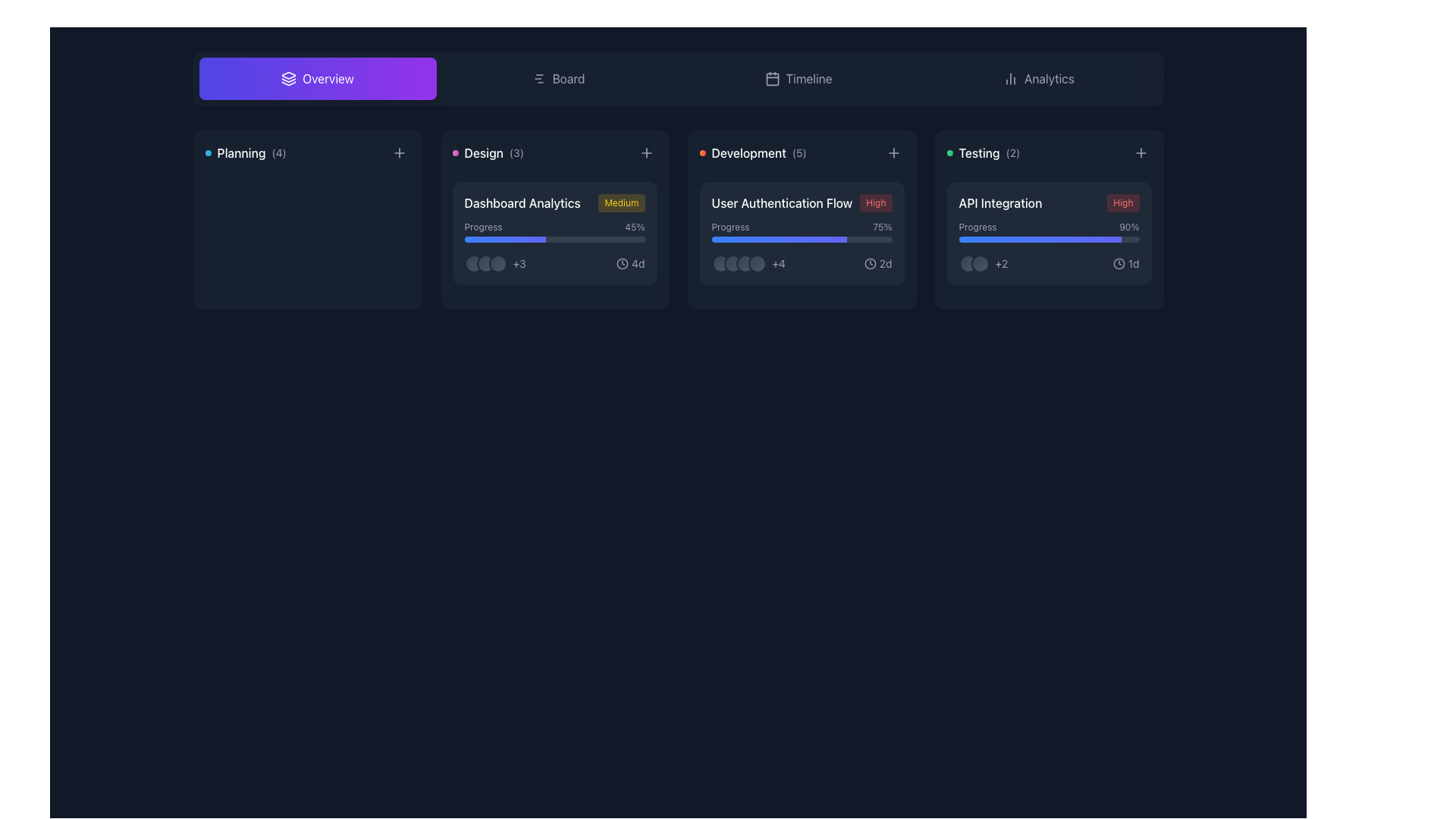  What do you see at coordinates (772, 79) in the screenshot?
I see `the decorative SVG rectangle that serves as the main body of the calendar icon located at the top center of the application interface` at bounding box center [772, 79].